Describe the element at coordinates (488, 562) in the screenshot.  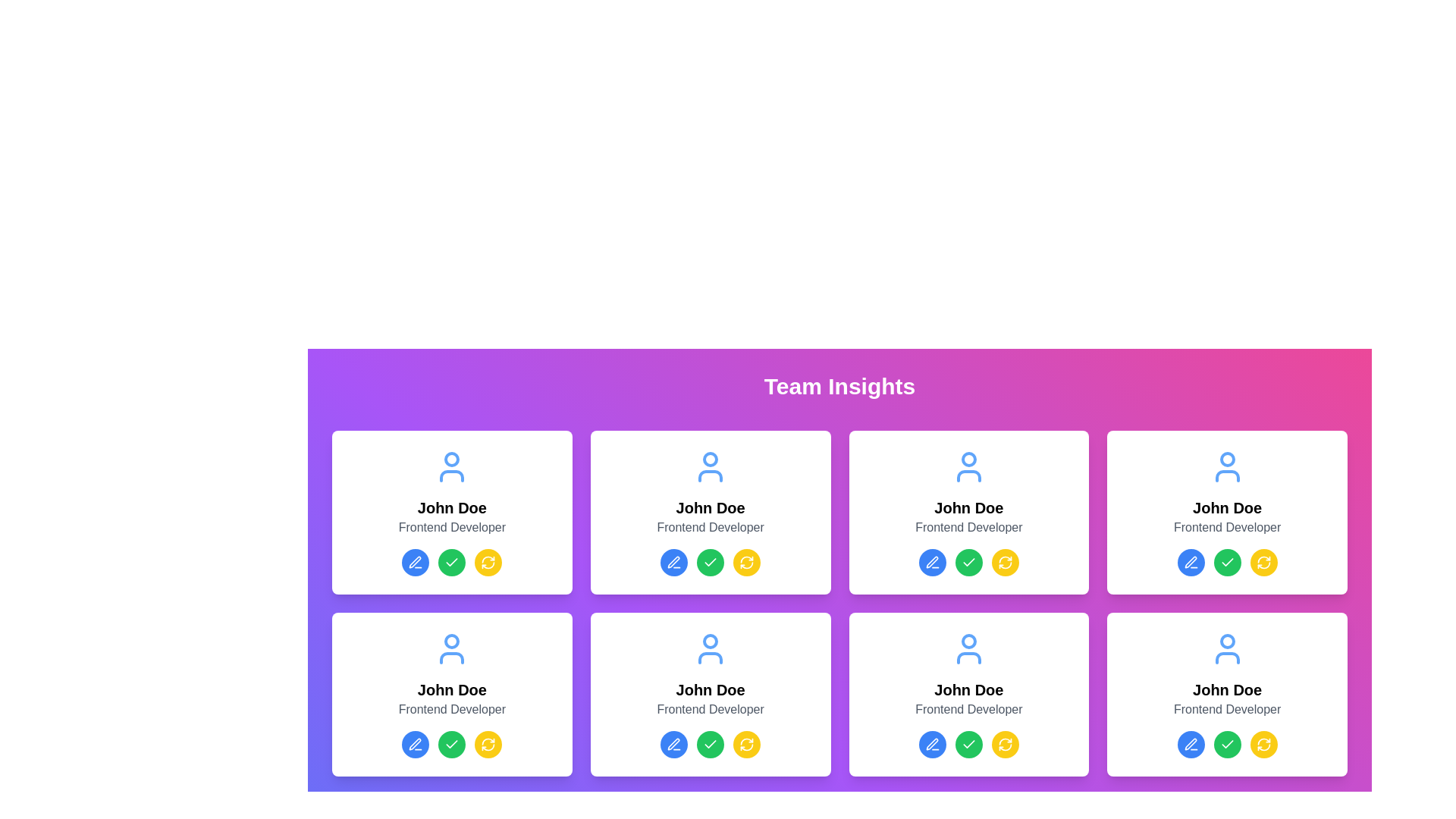
I see `the third circular button in a group of three buttons at the bottom of the user information card to observe the hover effect` at that location.